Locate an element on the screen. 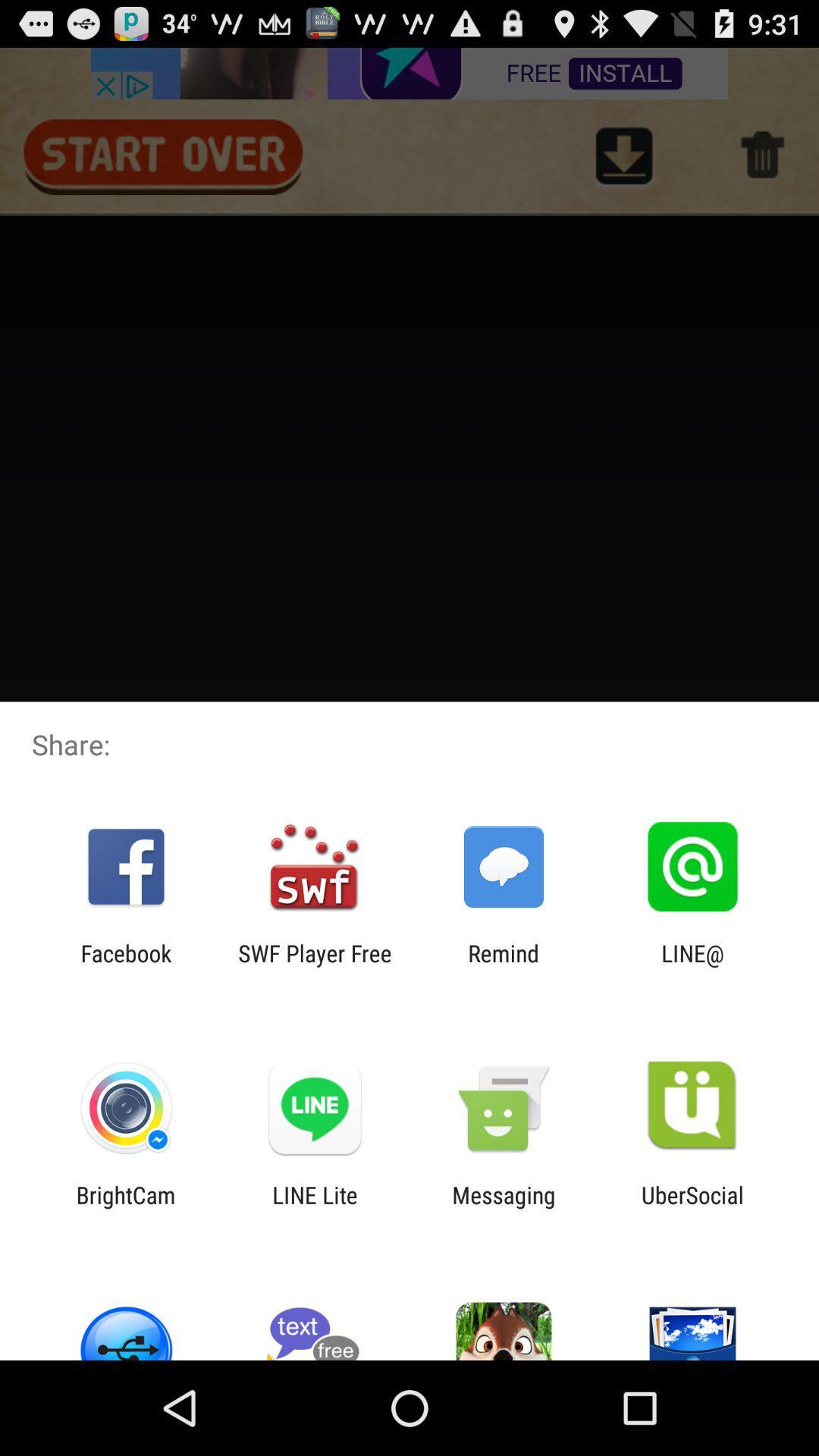  icon to the left of the line lite app is located at coordinates (125, 1207).